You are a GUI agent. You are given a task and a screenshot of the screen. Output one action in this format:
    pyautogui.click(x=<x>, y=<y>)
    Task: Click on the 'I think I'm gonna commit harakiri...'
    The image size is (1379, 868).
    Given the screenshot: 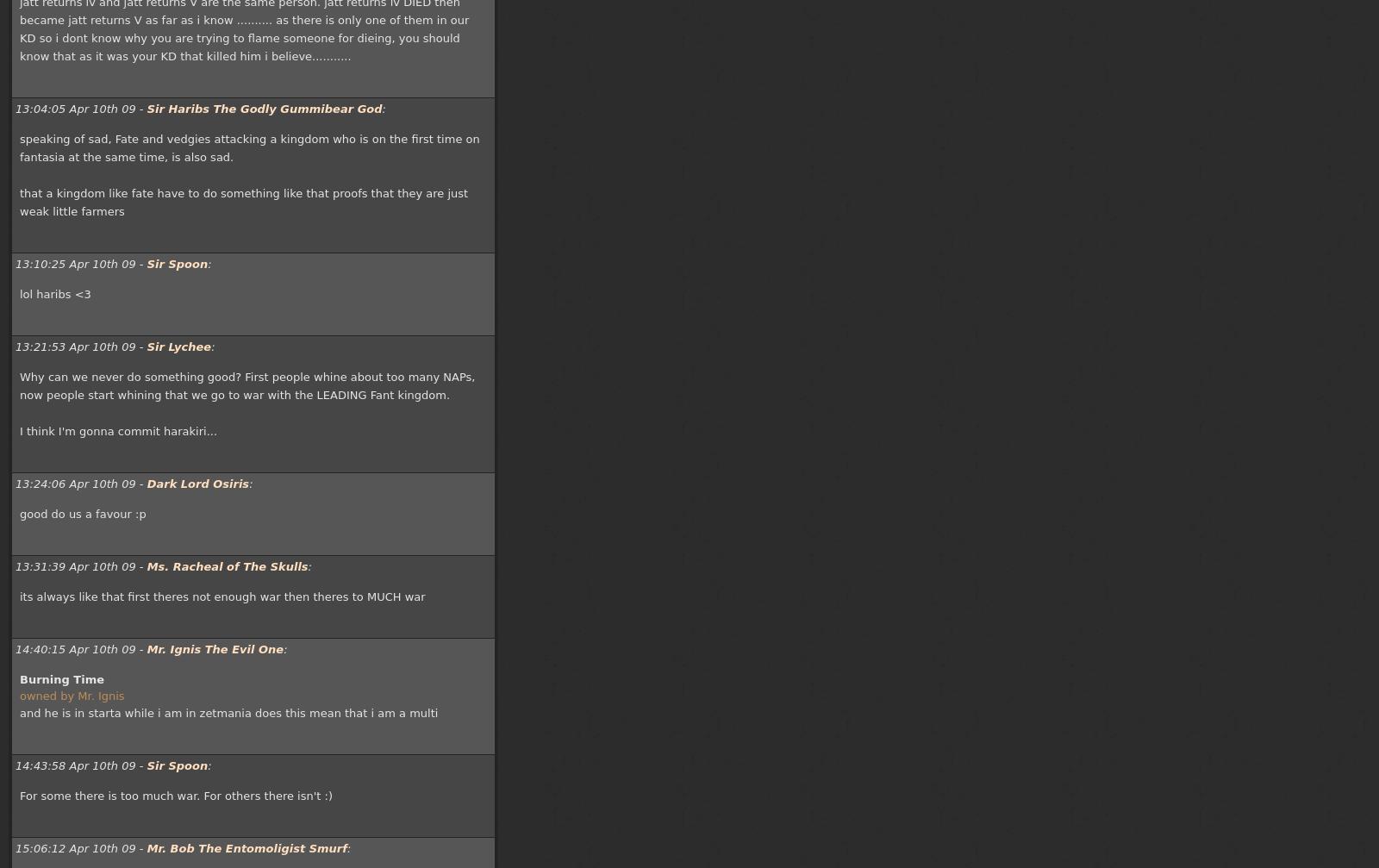 What is the action you would take?
    pyautogui.click(x=19, y=431)
    